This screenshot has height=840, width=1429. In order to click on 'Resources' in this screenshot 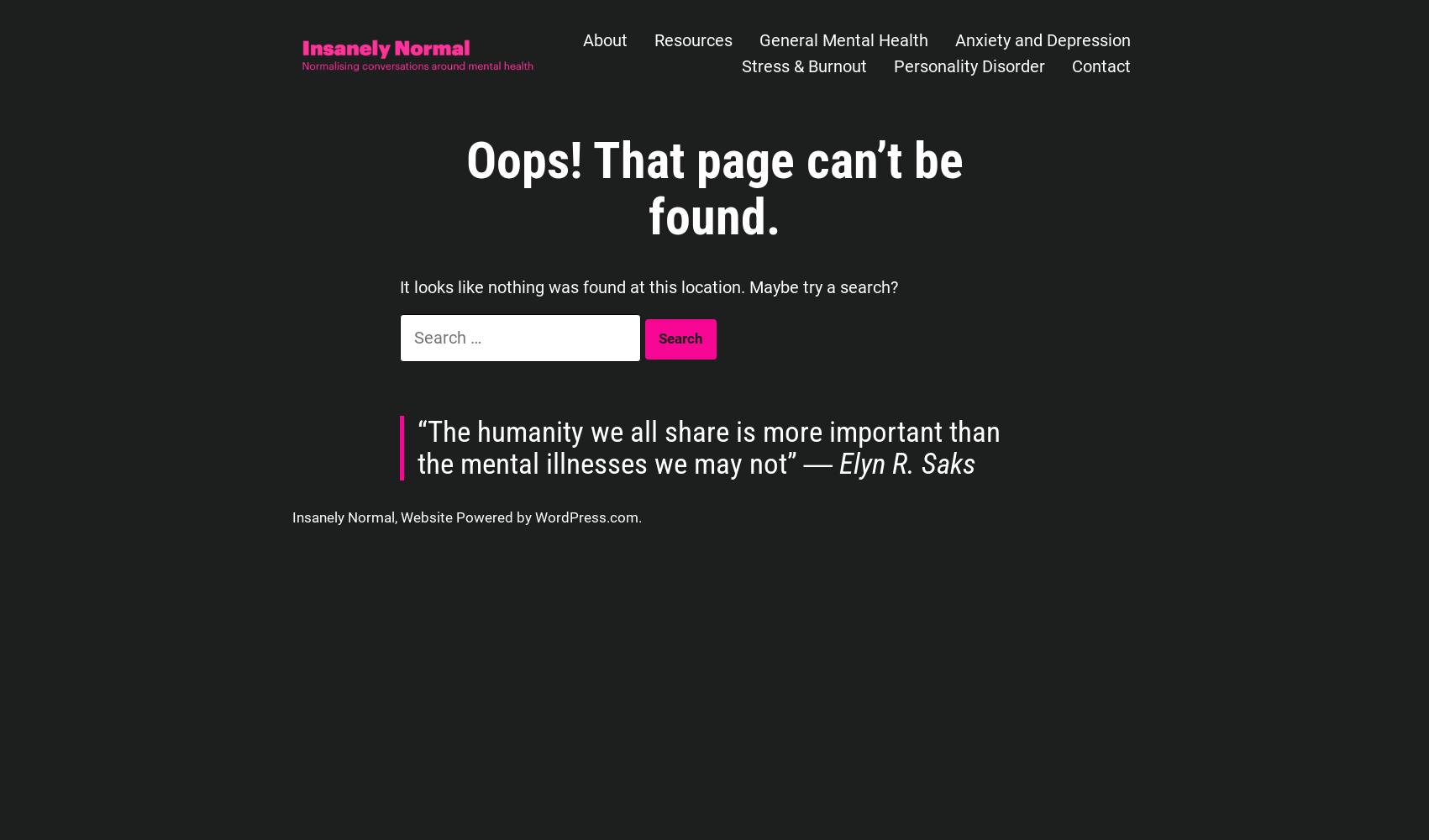, I will do `click(692, 40)`.